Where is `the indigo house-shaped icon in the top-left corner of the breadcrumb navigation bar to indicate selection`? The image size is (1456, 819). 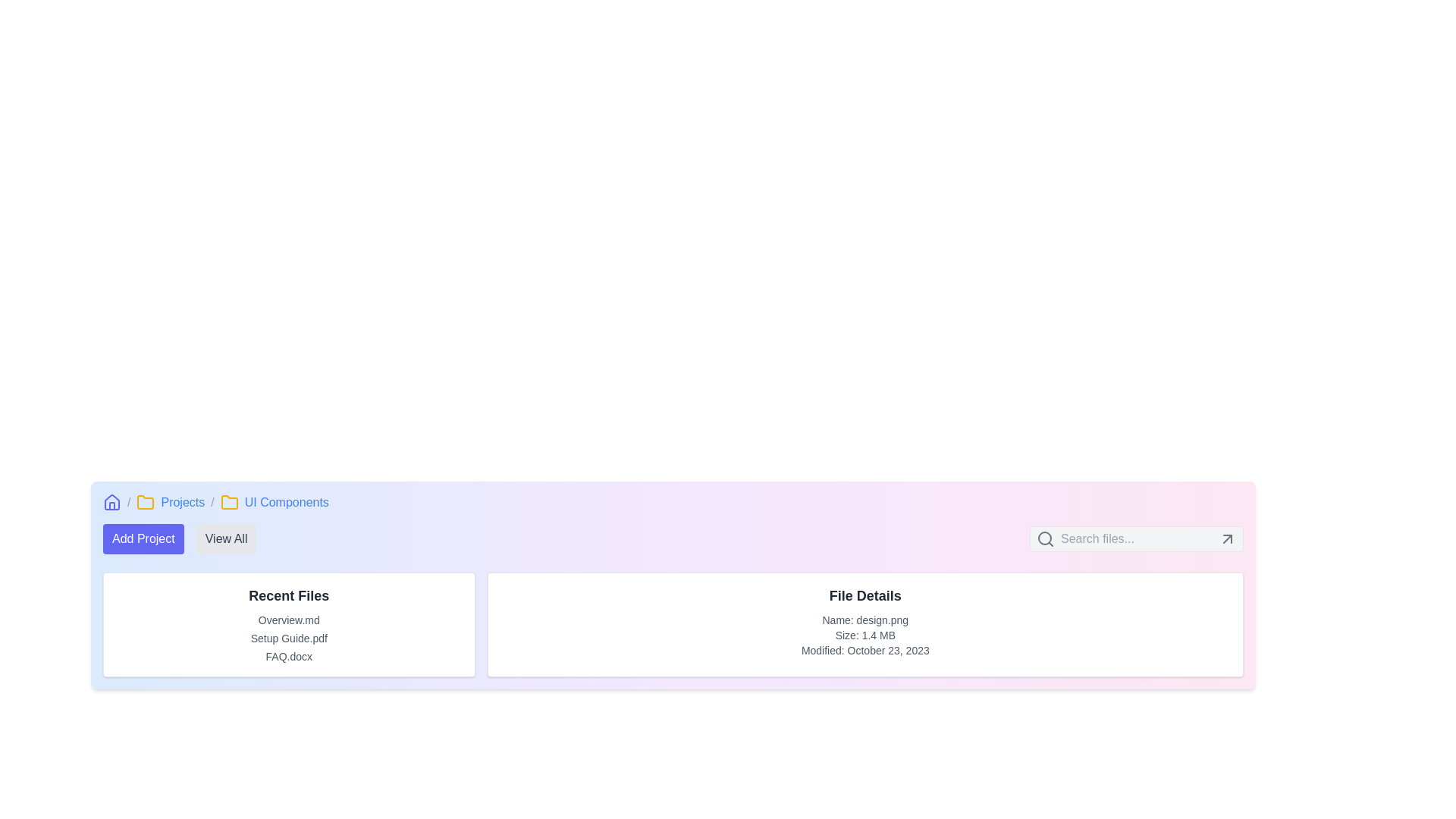 the indigo house-shaped icon in the top-left corner of the breadcrumb navigation bar to indicate selection is located at coordinates (111, 503).